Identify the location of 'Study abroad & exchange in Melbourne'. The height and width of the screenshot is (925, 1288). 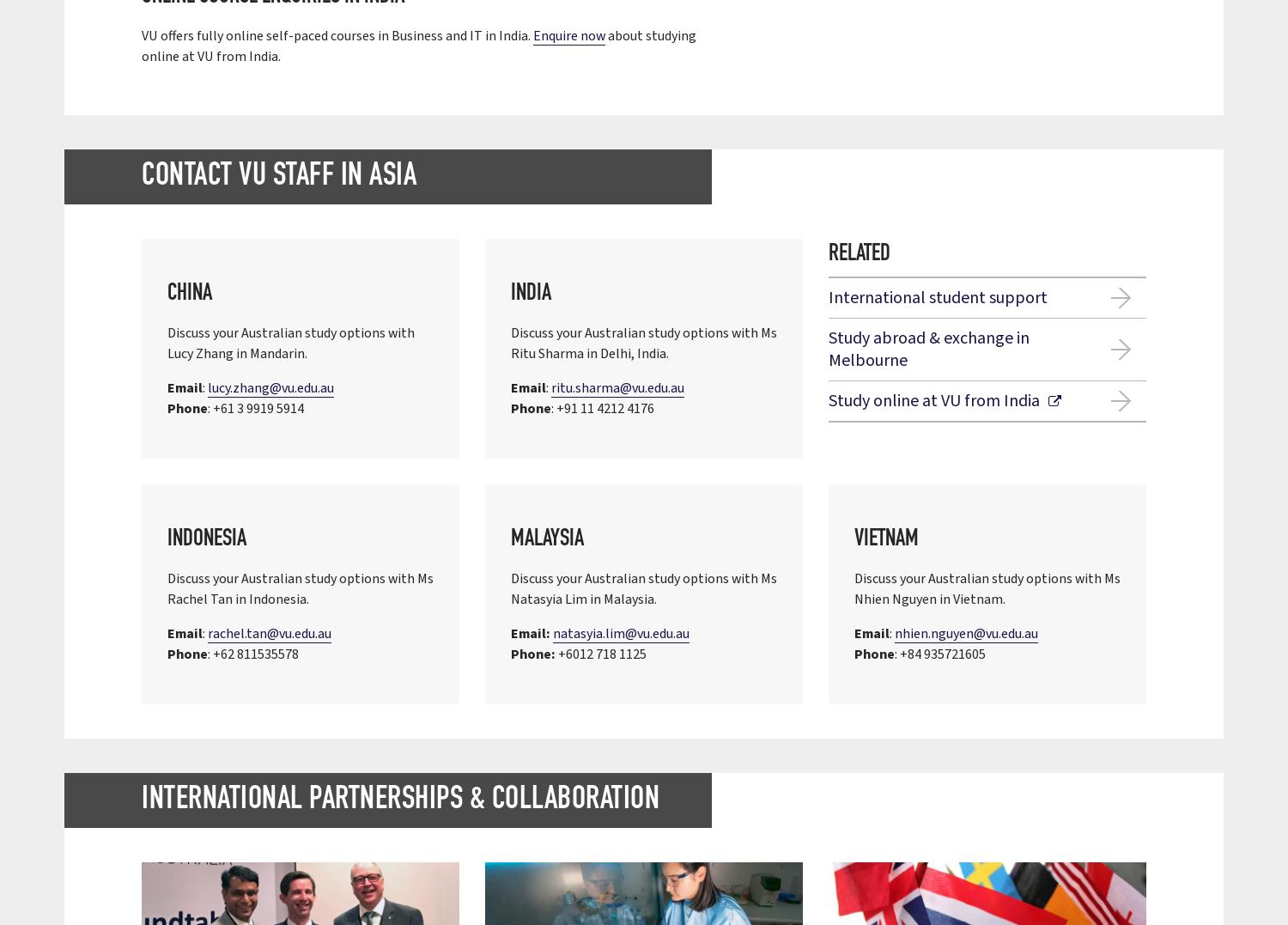
(927, 349).